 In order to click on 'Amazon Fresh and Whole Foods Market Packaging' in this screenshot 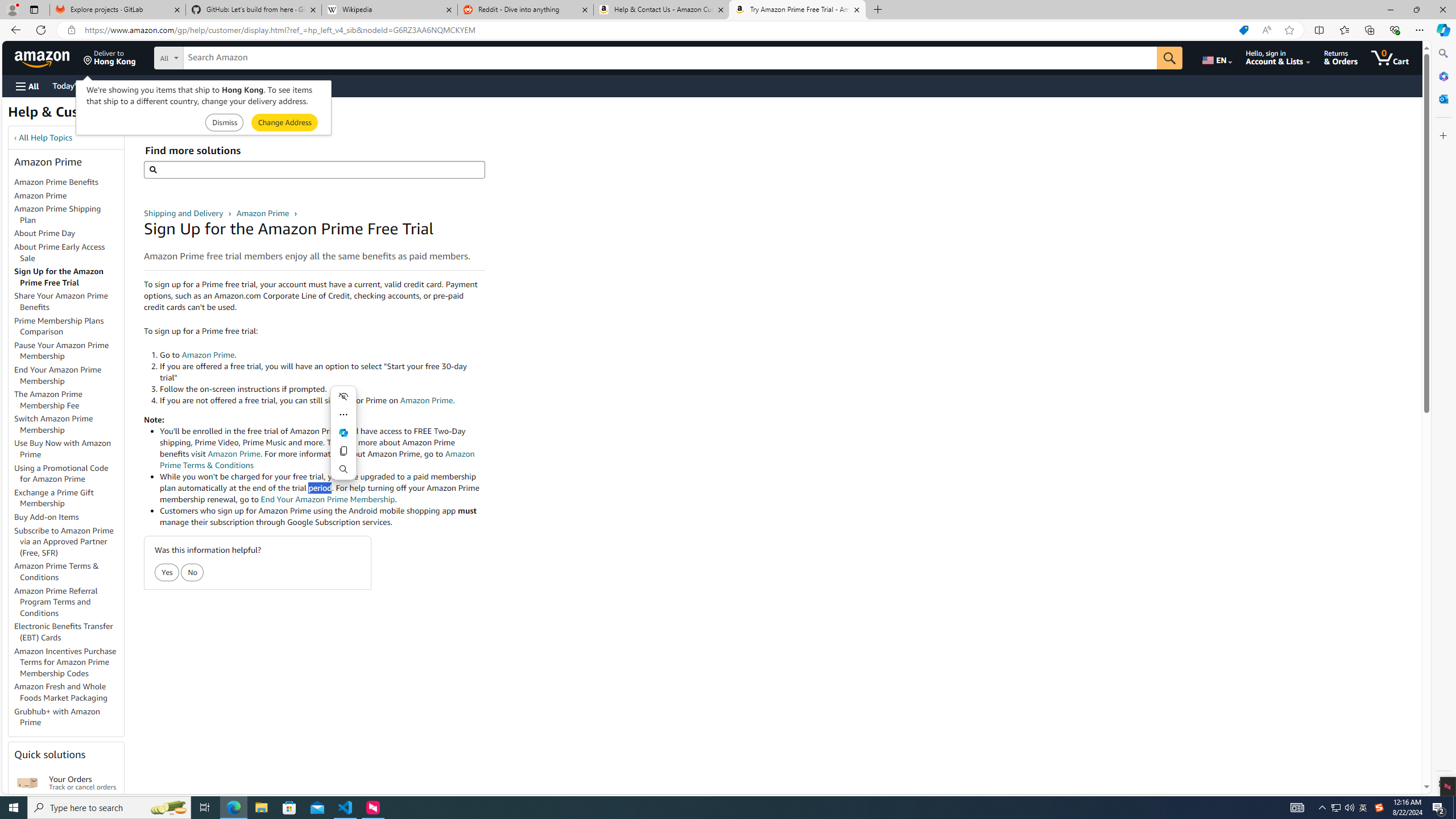, I will do `click(69, 692)`.